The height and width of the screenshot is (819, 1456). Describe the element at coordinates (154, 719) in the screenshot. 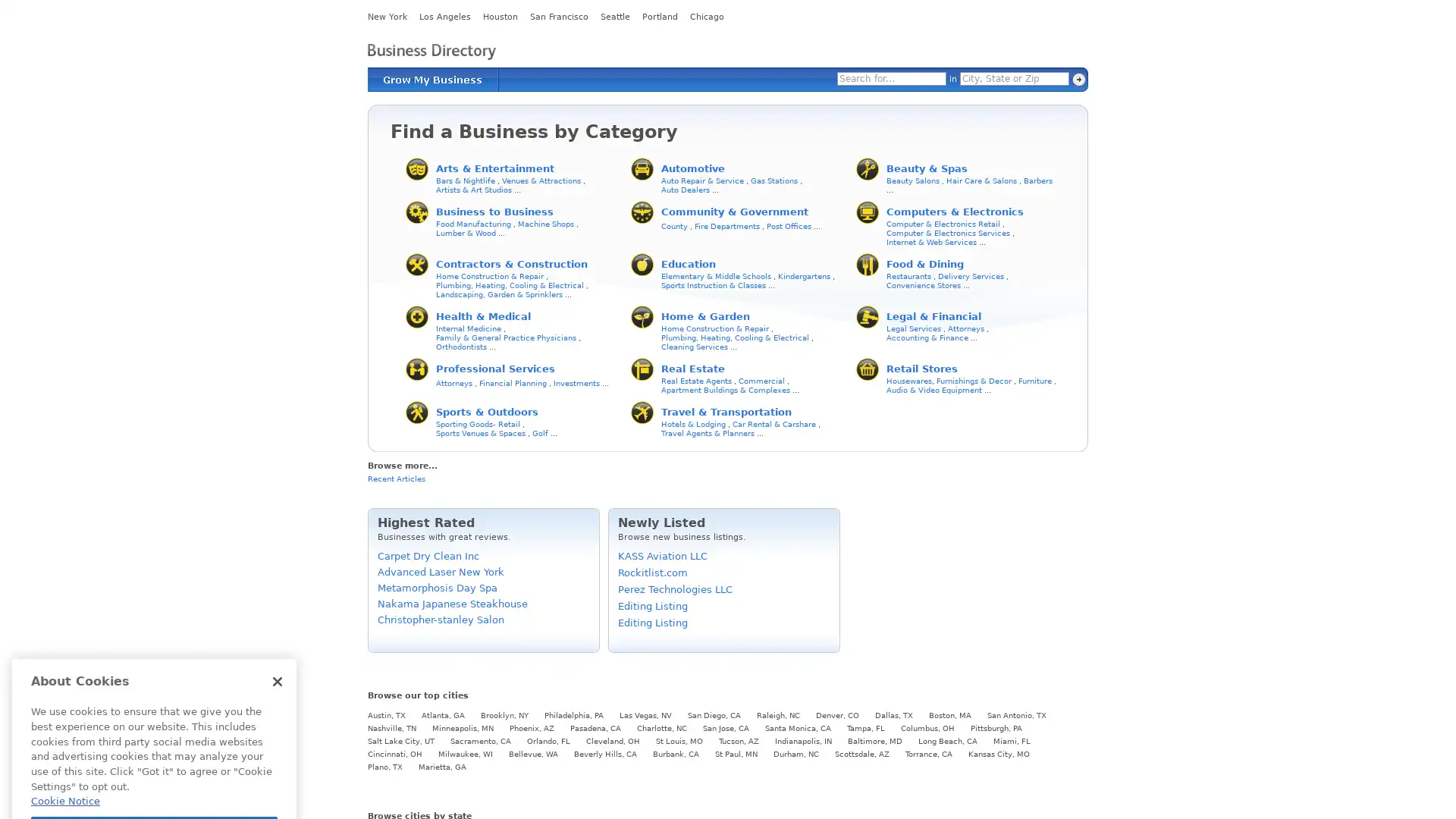

I see `Got It` at that location.